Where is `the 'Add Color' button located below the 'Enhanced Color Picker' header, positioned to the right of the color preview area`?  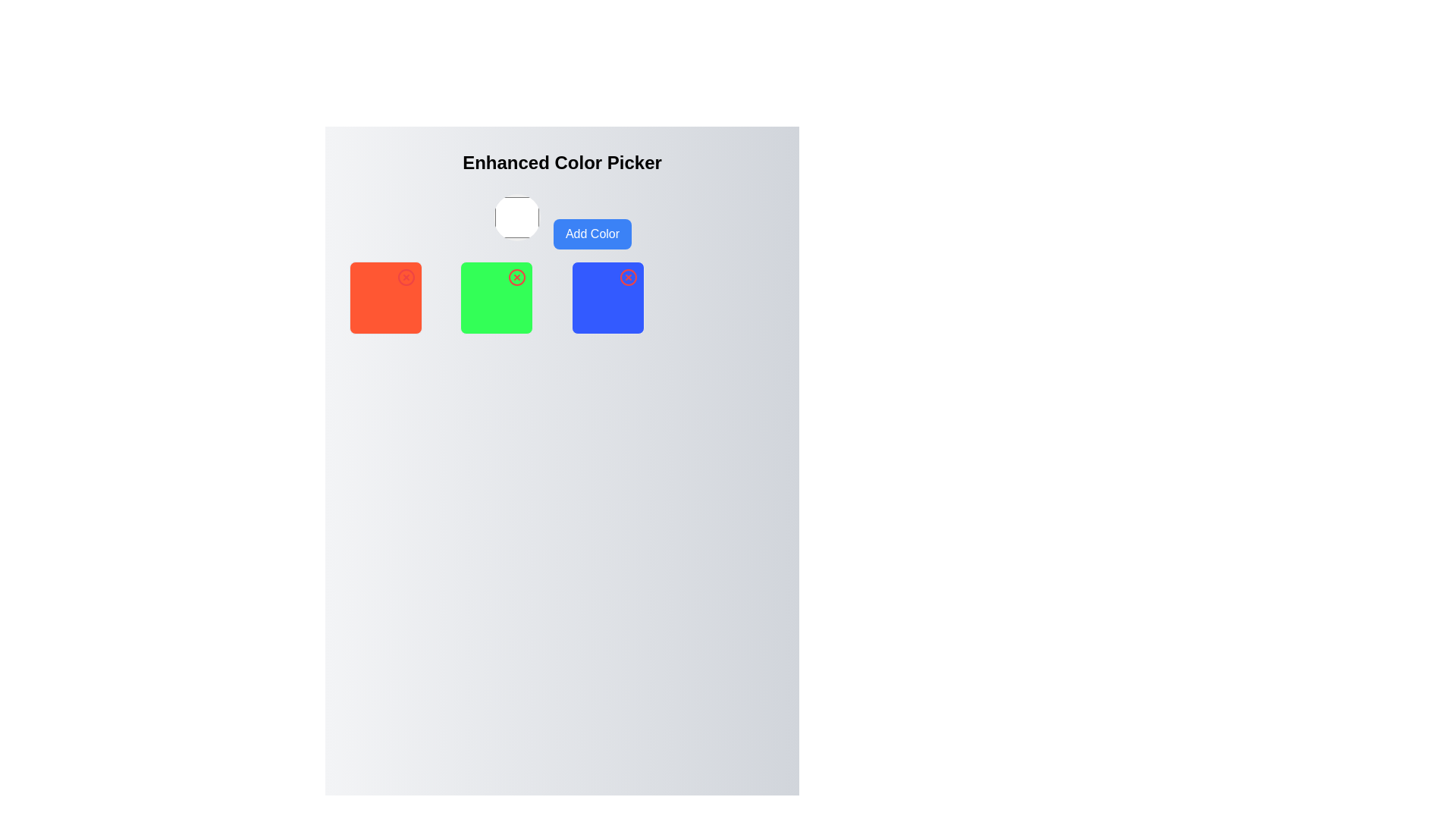
the 'Add Color' button located below the 'Enhanced Color Picker' header, positioned to the right of the color preview area is located at coordinates (561, 221).